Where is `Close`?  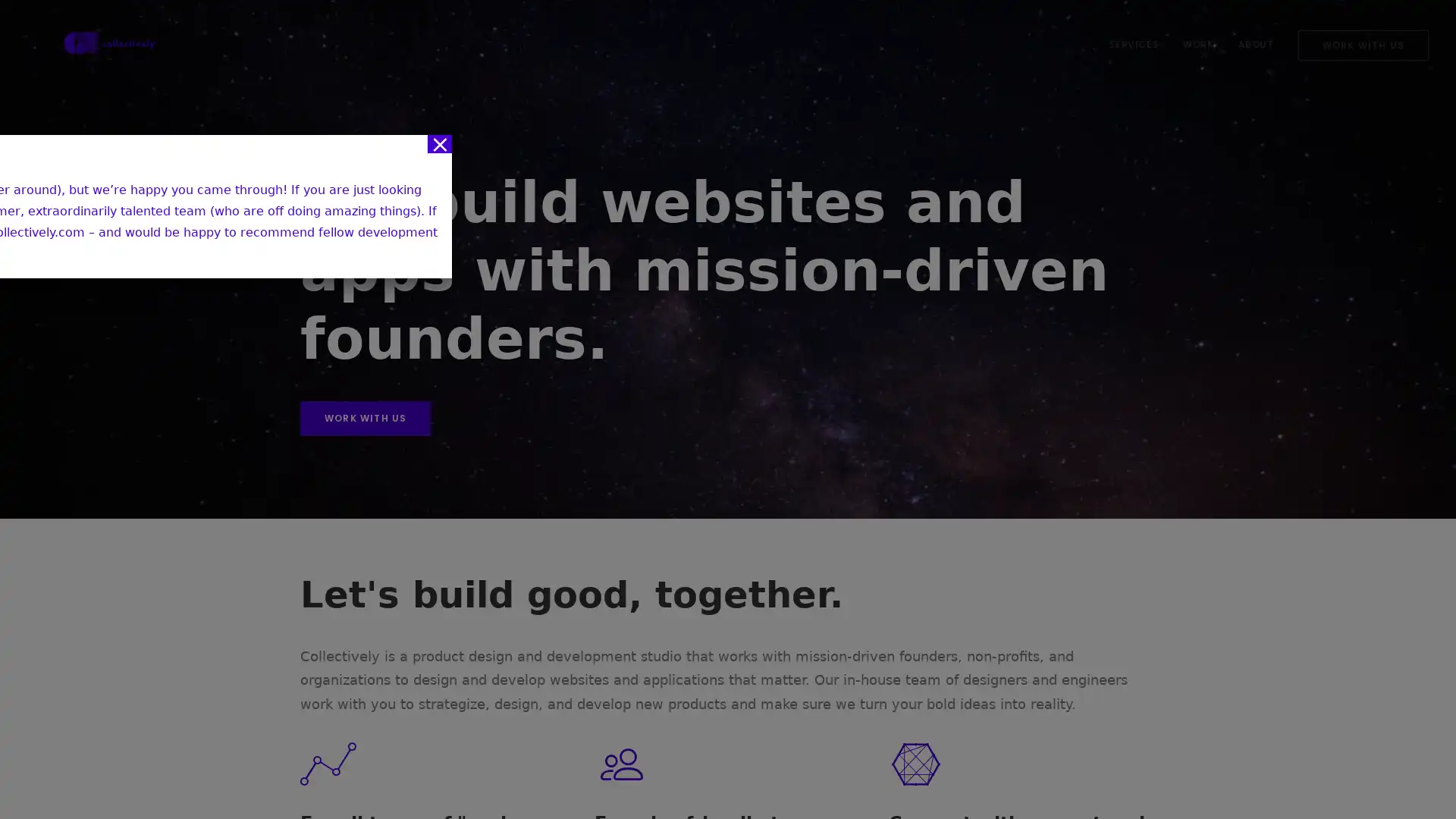
Close is located at coordinates (1153, 347).